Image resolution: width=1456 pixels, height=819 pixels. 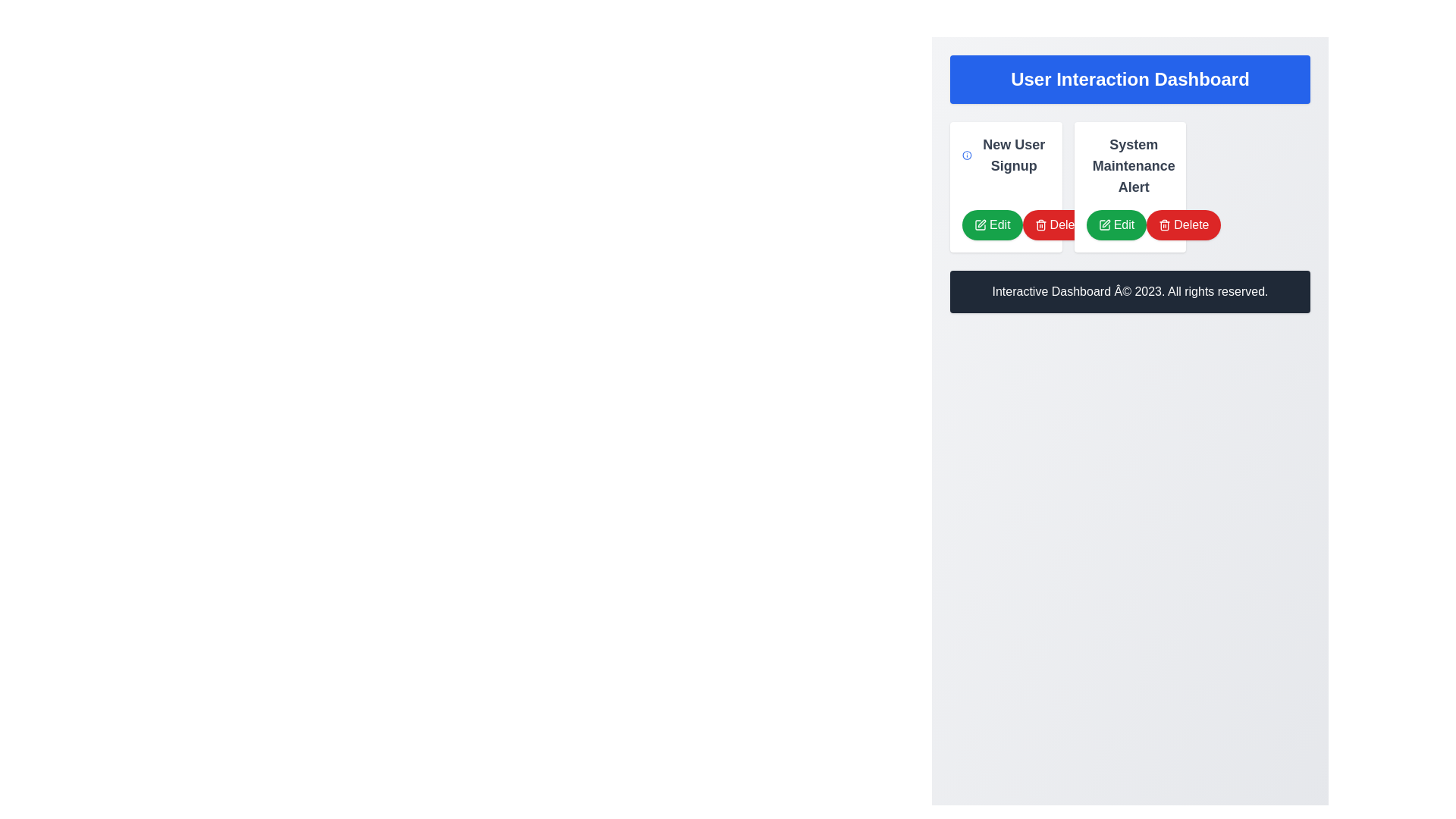 I want to click on the red trash icon within the 'Delete' button located at the bottom-right of the 'New User Signup' card, so click(x=1040, y=225).